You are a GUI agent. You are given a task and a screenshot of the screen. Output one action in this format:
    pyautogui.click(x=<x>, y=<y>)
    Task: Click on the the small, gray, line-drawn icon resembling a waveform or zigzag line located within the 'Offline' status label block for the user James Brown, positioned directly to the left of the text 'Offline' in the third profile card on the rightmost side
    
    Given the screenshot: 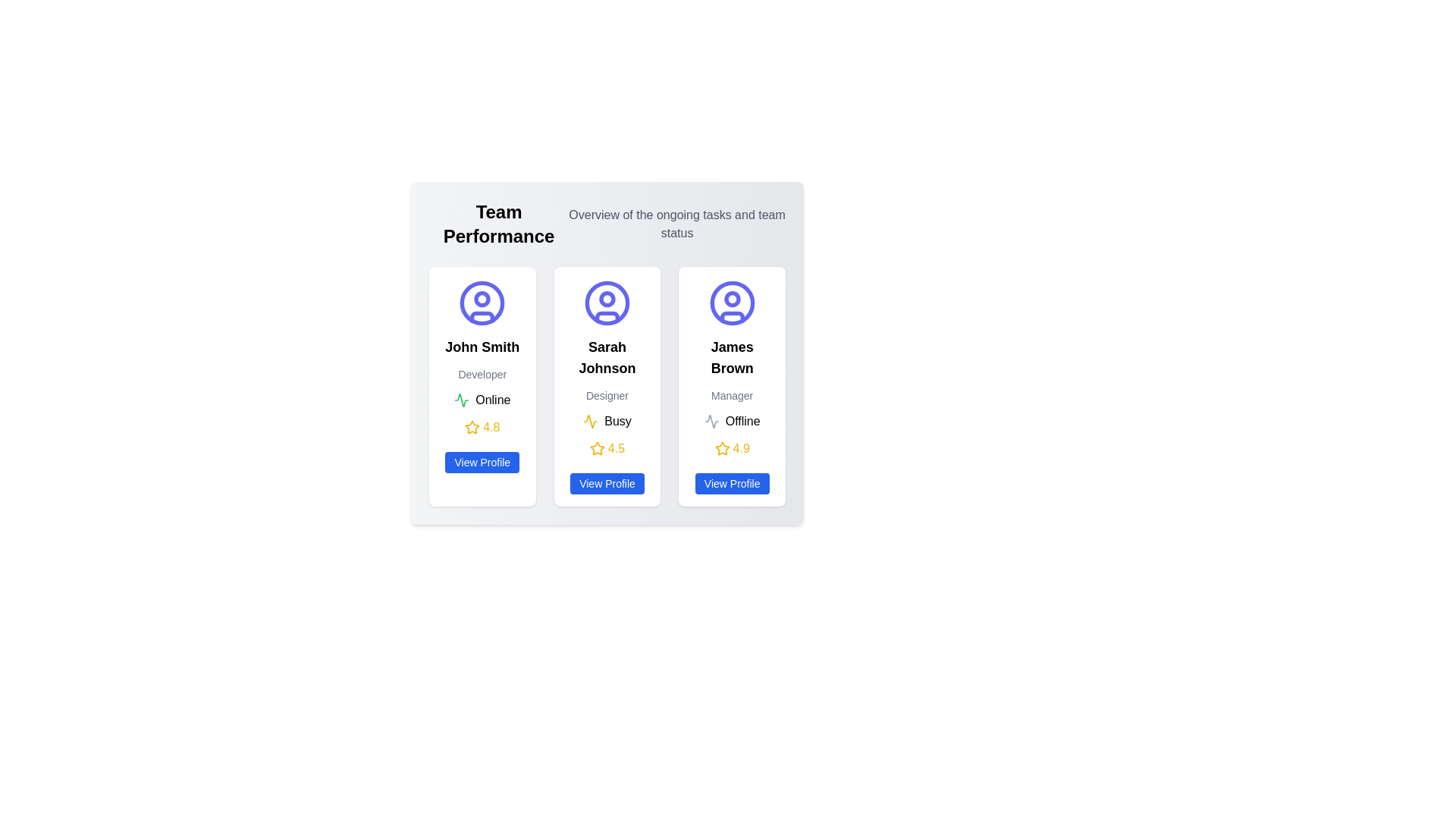 What is the action you would take?
    pyautogui.click(x=711, y=421)
    